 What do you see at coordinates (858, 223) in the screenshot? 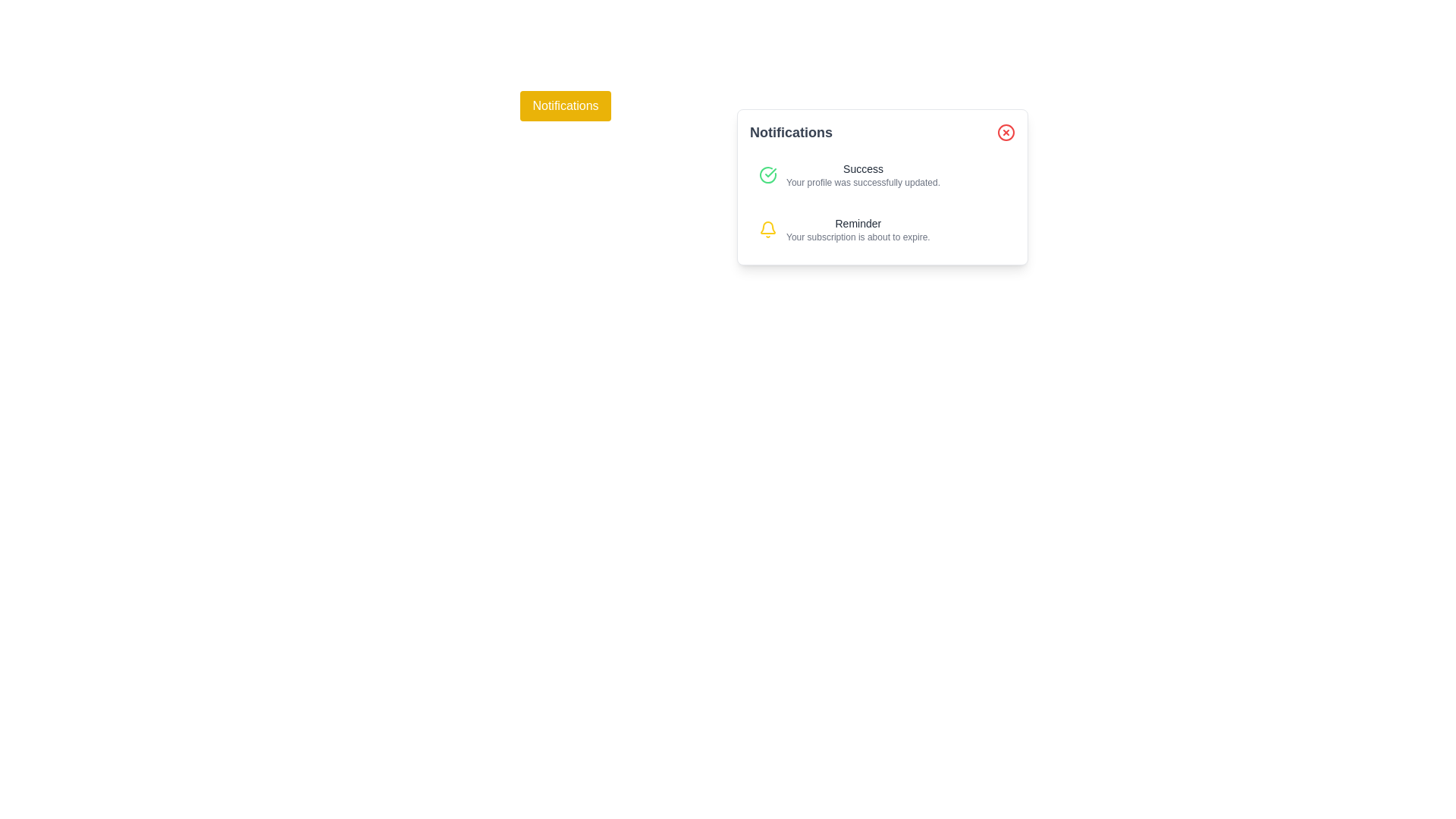
I see `the 'Reminder' text label in the notification box, which is styled simply with a small font size and grayish-black color, positioned as the first line of text in the second notification entry from the top` at bounding box center [858, 223].